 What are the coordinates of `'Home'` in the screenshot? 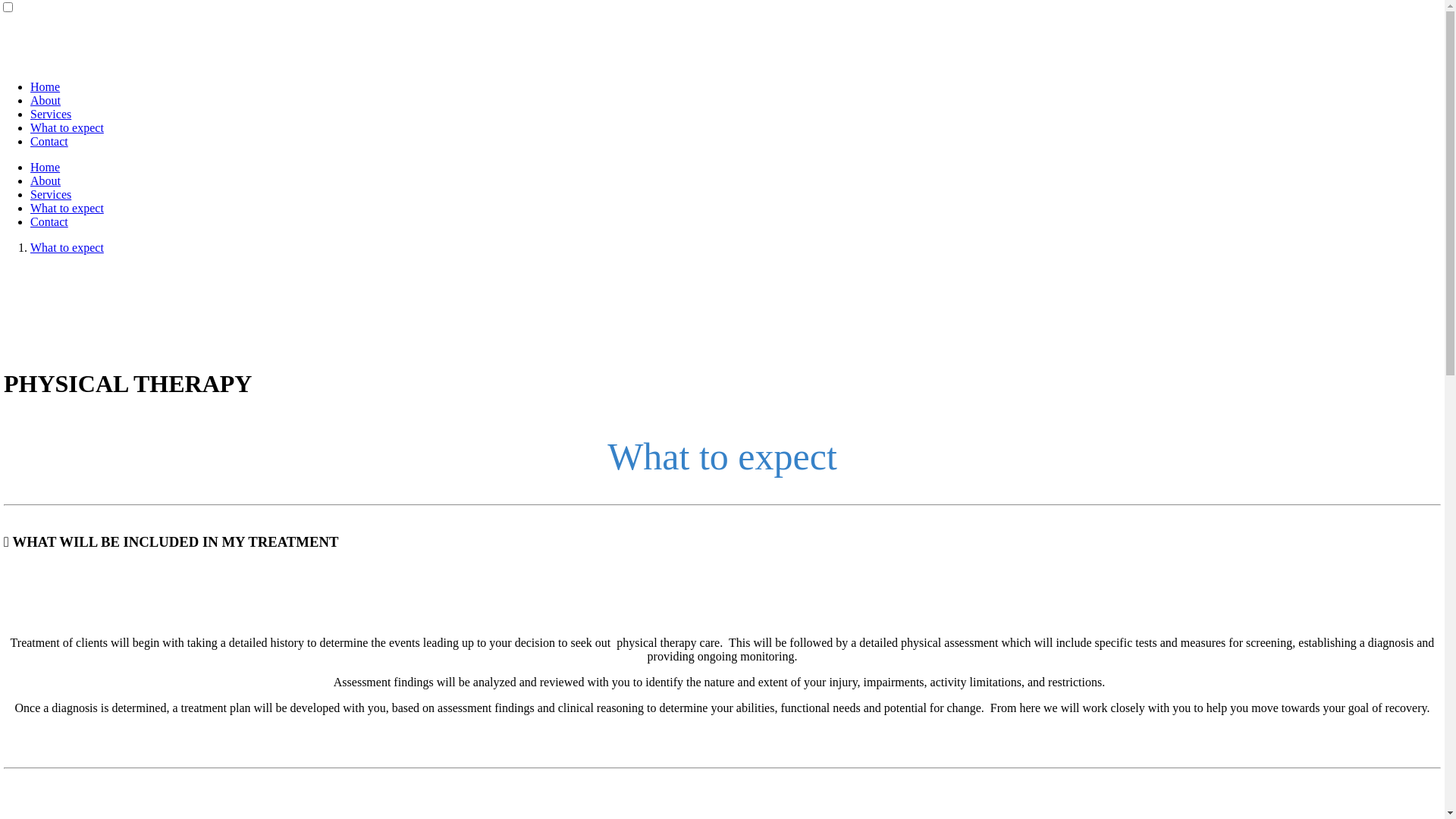 It's located at (45, 86).